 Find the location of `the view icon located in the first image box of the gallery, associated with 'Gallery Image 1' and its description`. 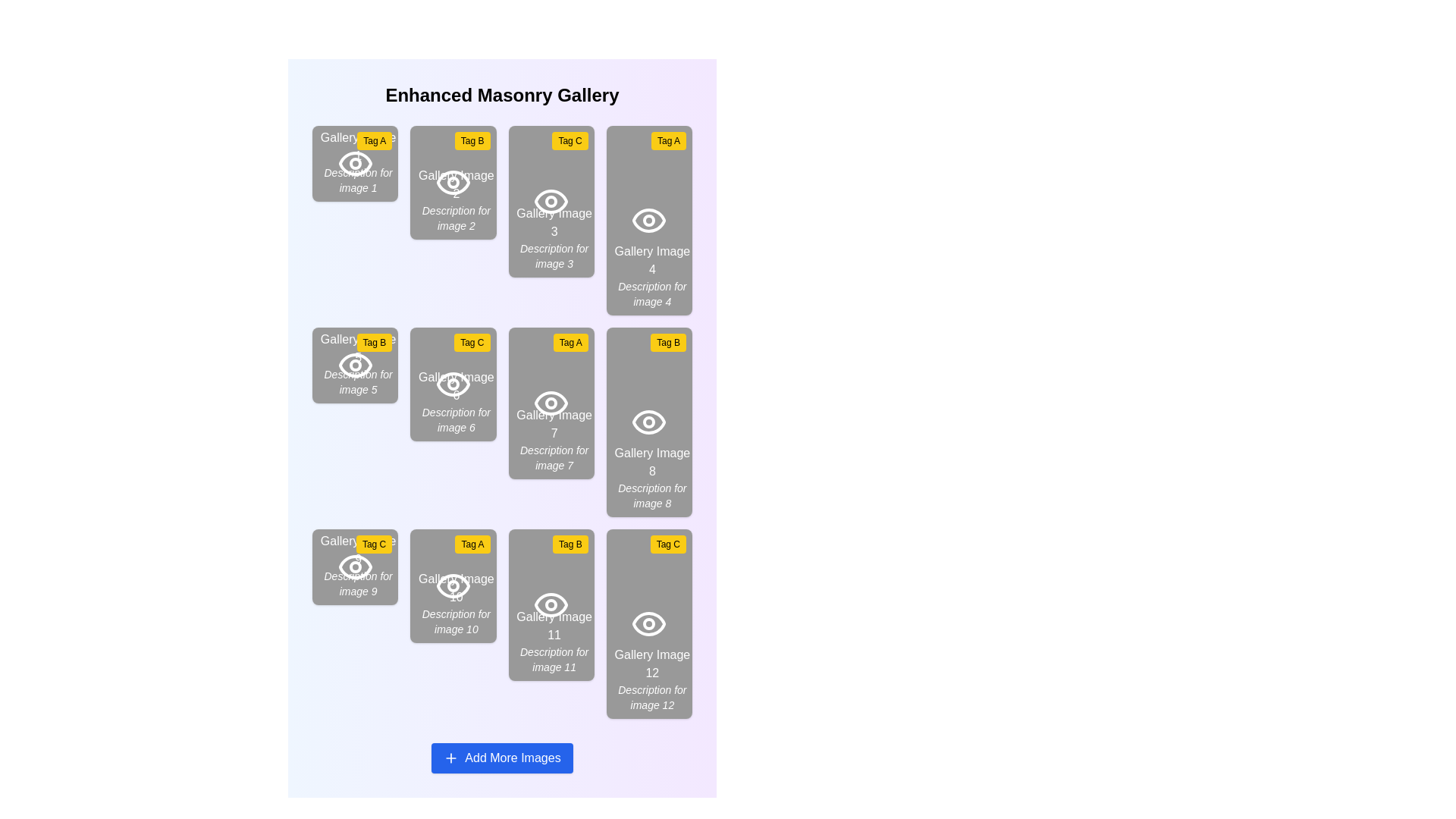

the view icon located in the first image box of the gallery, associated with 'Gallery Image 1' and its description is located at coordinates (354, 164).